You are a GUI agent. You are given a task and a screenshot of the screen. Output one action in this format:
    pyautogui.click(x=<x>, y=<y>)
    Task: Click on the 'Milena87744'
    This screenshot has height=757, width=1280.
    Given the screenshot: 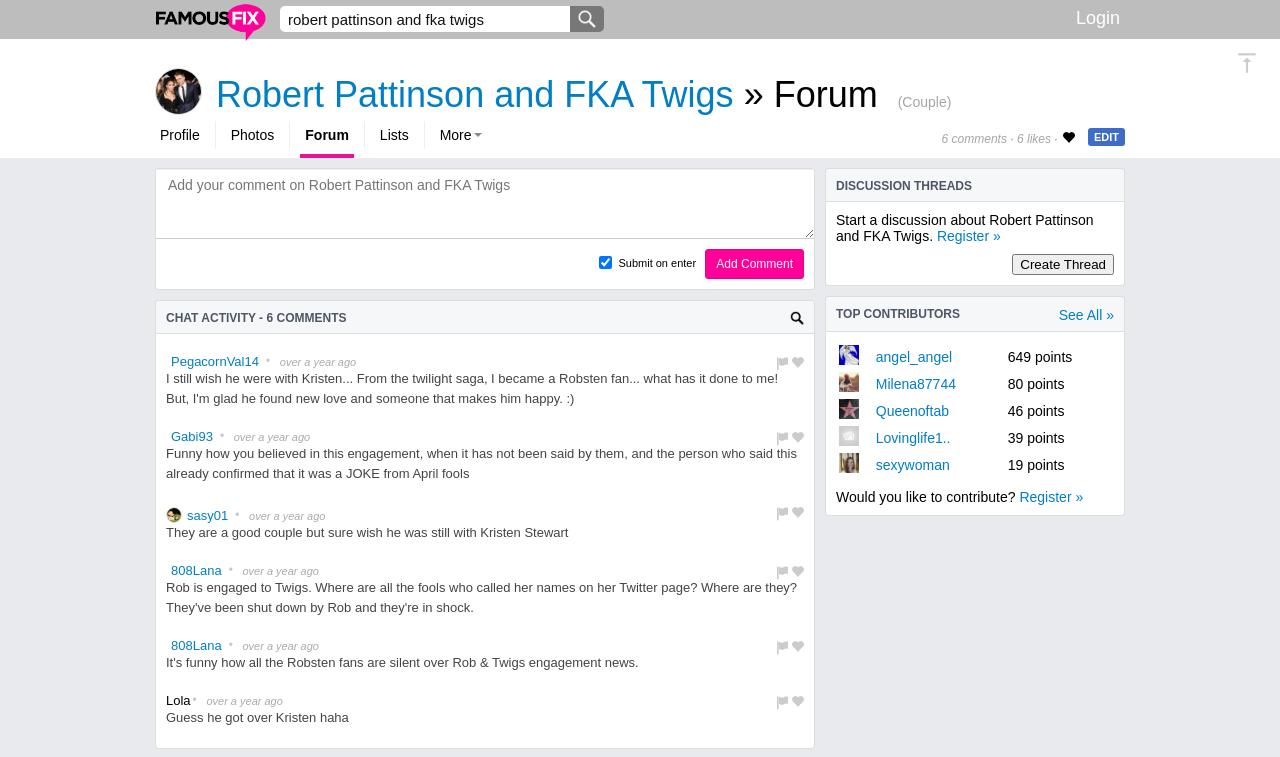 What is the action you would take?
    pyautogui.click(x=875, y=382)
    